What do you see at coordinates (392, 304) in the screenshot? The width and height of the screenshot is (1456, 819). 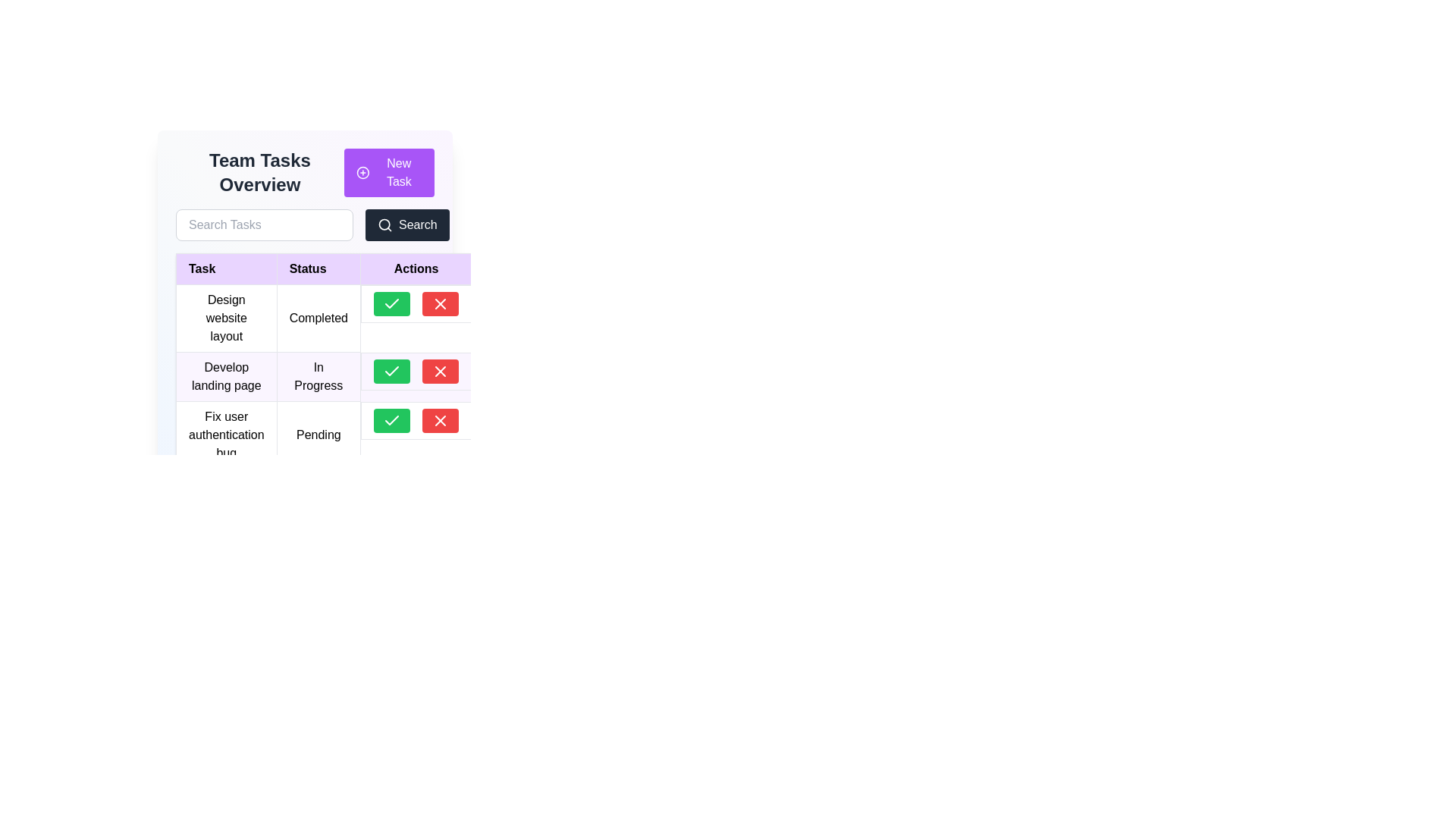 I see `the button in the 'Actions' column of the first row to confirm or mark the 'Design website layout' task as completed` at bounding box center [392, 304].